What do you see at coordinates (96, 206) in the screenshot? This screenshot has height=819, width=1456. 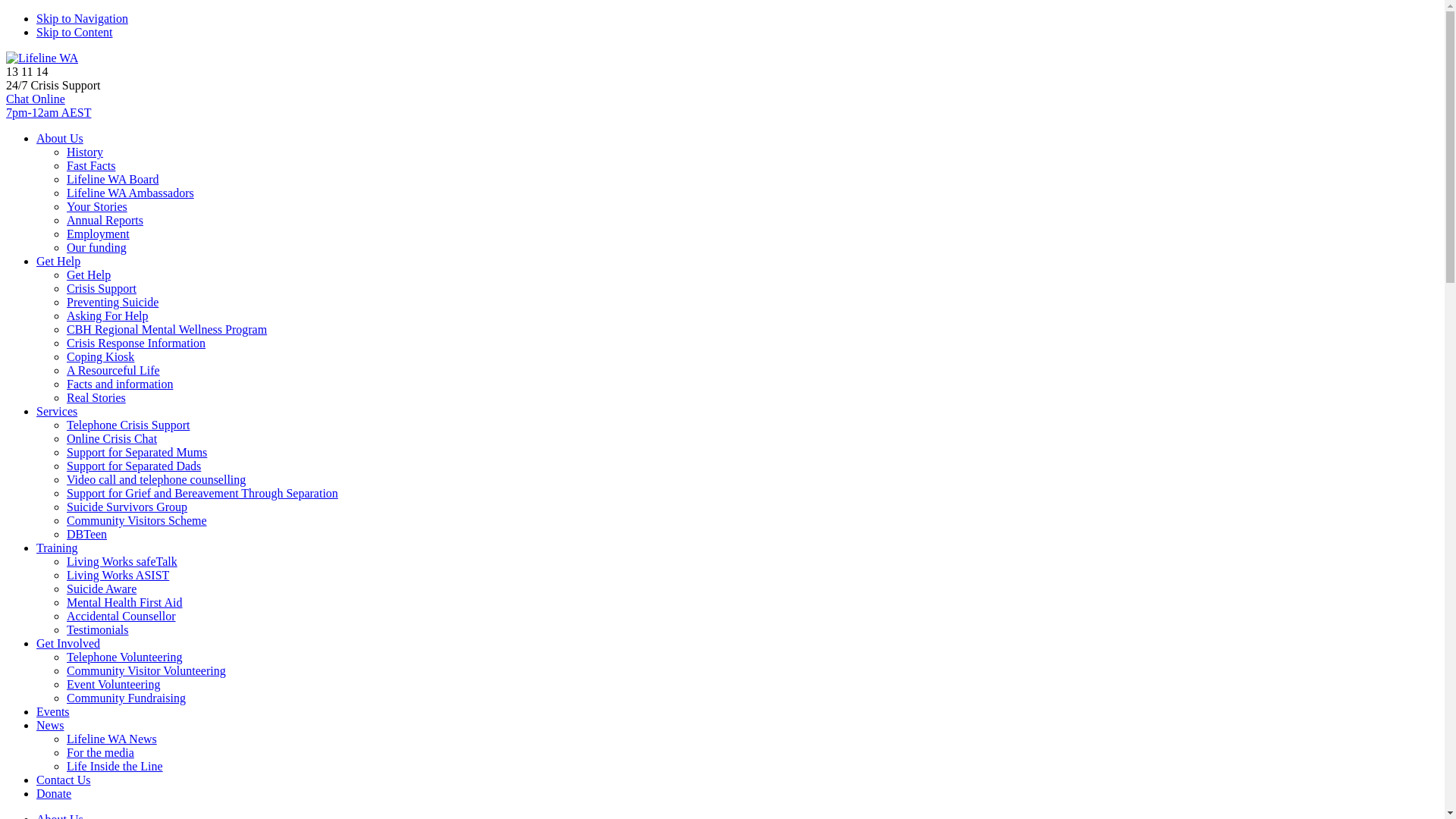 I see `'Your Stories'` at bounding box center [96, 206].